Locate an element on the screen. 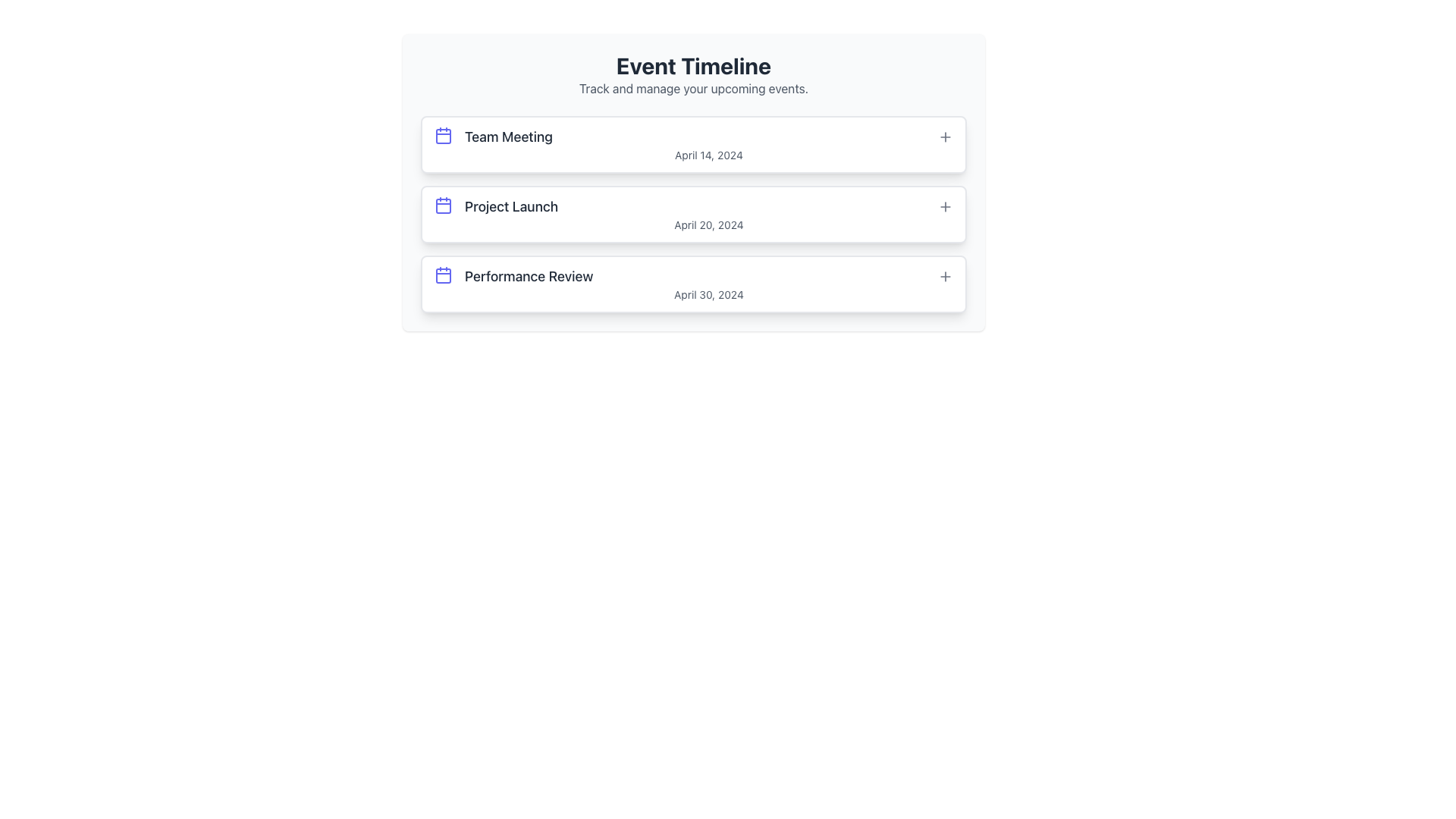 This screenshot has height=819, width=1456. the date icon located on the leftmost side of the third list item in the 'Event Timeline' section, which is aligned with the label 'Performance Review' is located at coordinates (443, 275).